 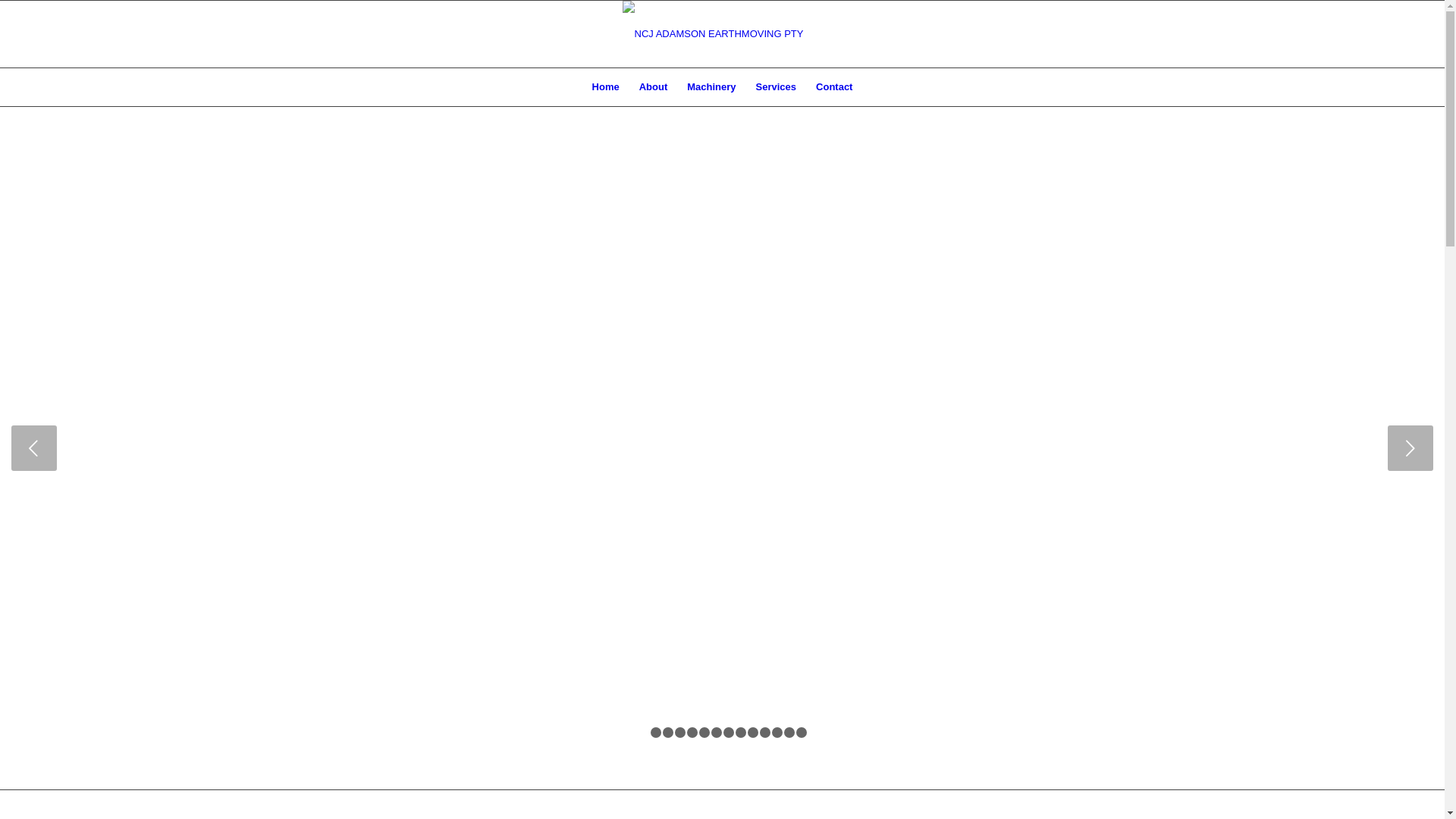 What do you see at coordinates (710, 87) in the screenshot?
I see `'Machinery'` at bounding box center [710, 87].